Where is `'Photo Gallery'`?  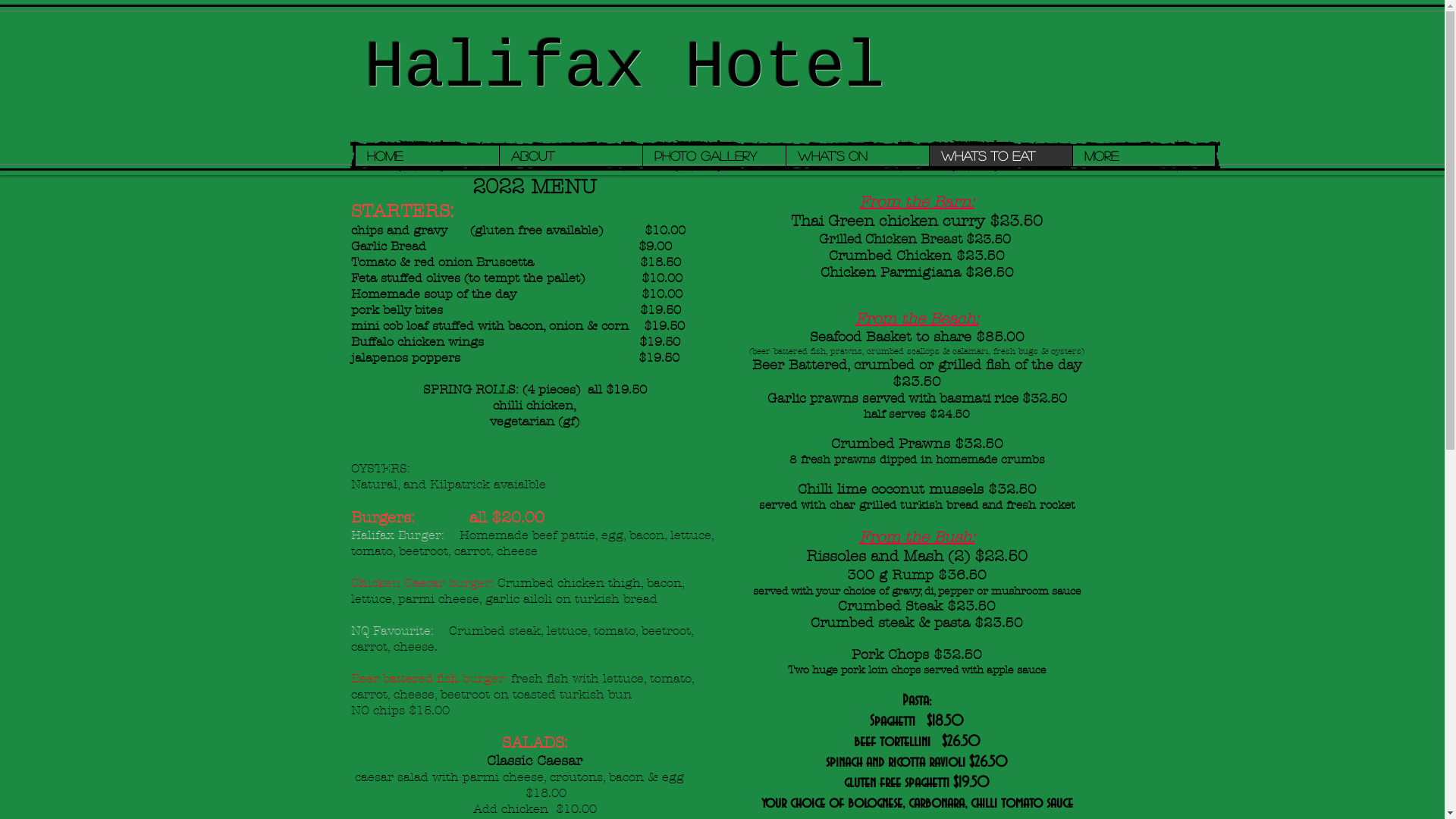
'Photo Gallery' is located at coordinates (641, 155).